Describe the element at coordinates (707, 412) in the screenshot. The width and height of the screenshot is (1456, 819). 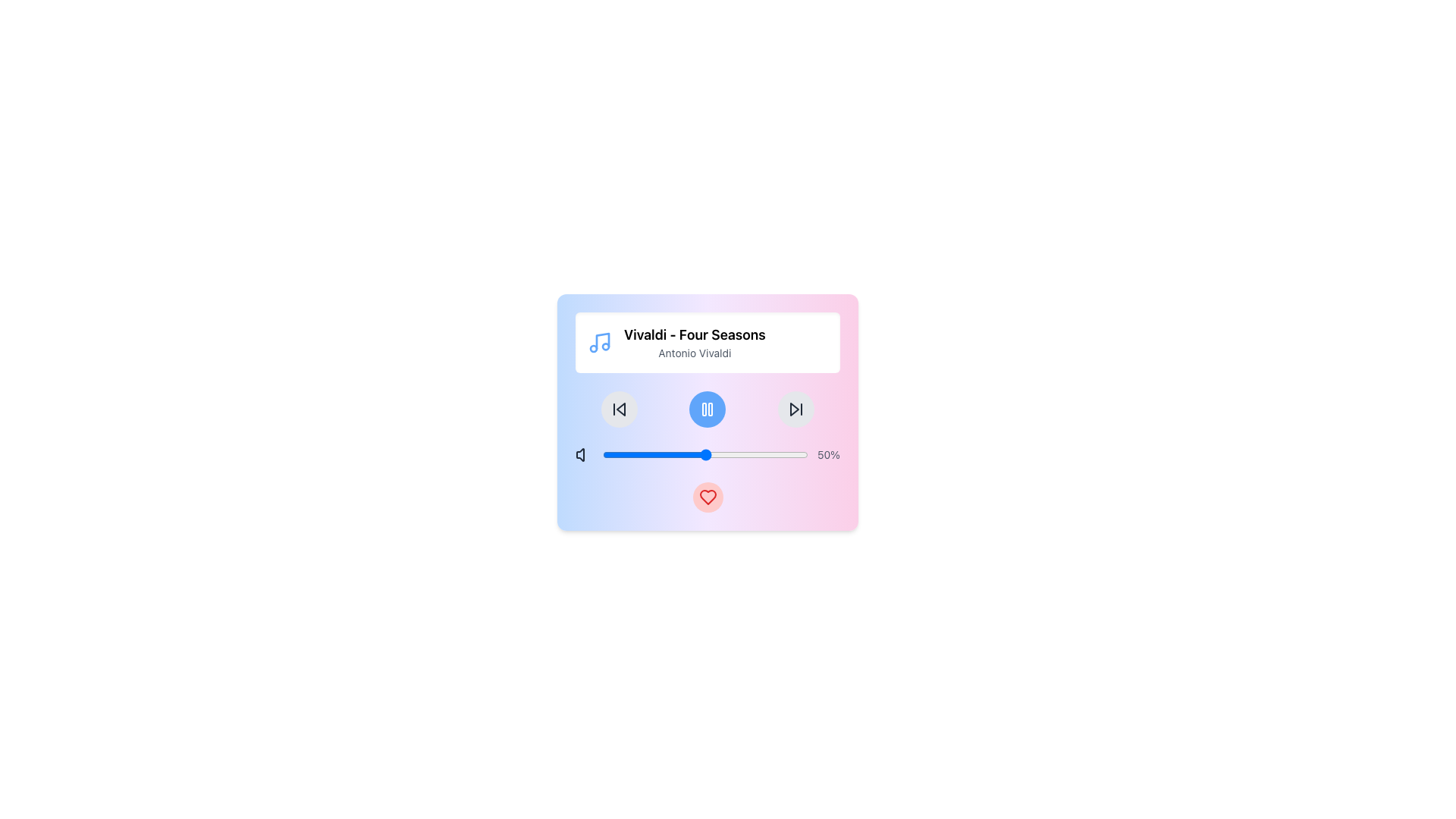
I see `the heart-shaped button in the music player interface to like the song 'Vivaldi - Four Seasons' by Antonio Vivaldi` at that location.